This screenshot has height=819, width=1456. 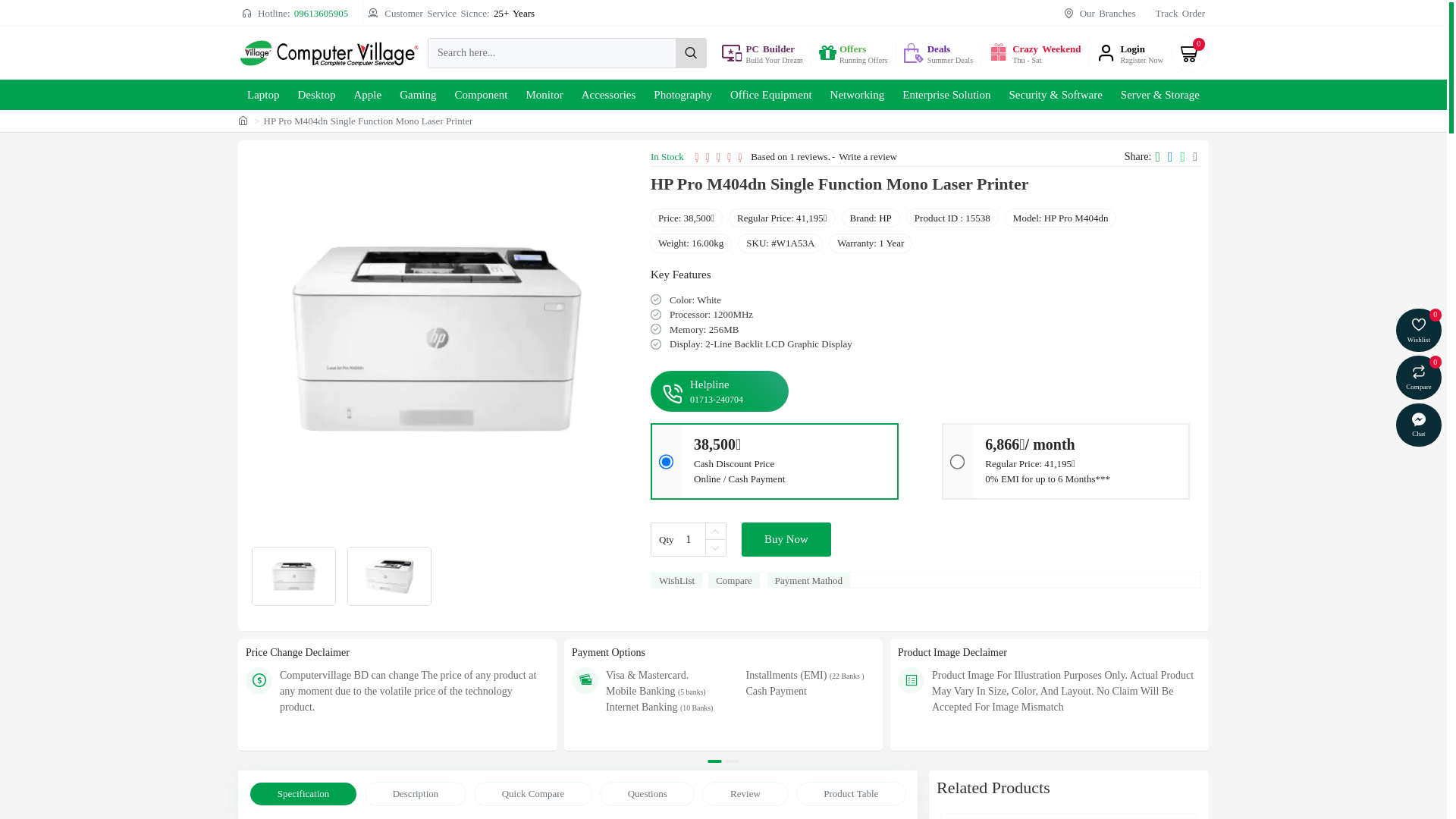 What do you see at coordinates (789, 157) in the screenshot?
I see `'Based on 1 reviews.'` at bounding box center [789, 157].